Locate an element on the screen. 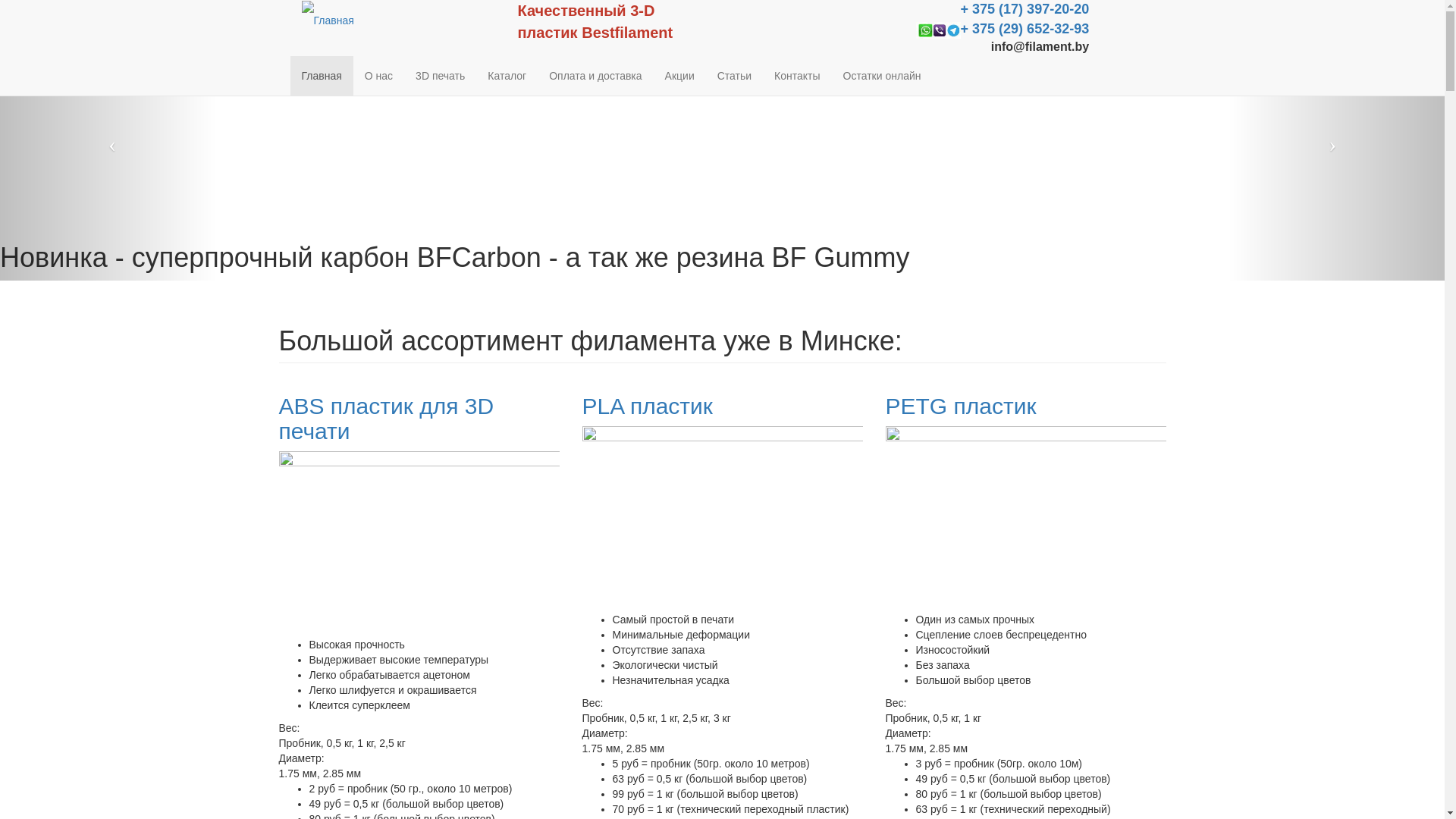 The width and height of the screenshot is (1456, 819). '+ 375 (17) 397-20-20' is located at coordinates (1025, 9).